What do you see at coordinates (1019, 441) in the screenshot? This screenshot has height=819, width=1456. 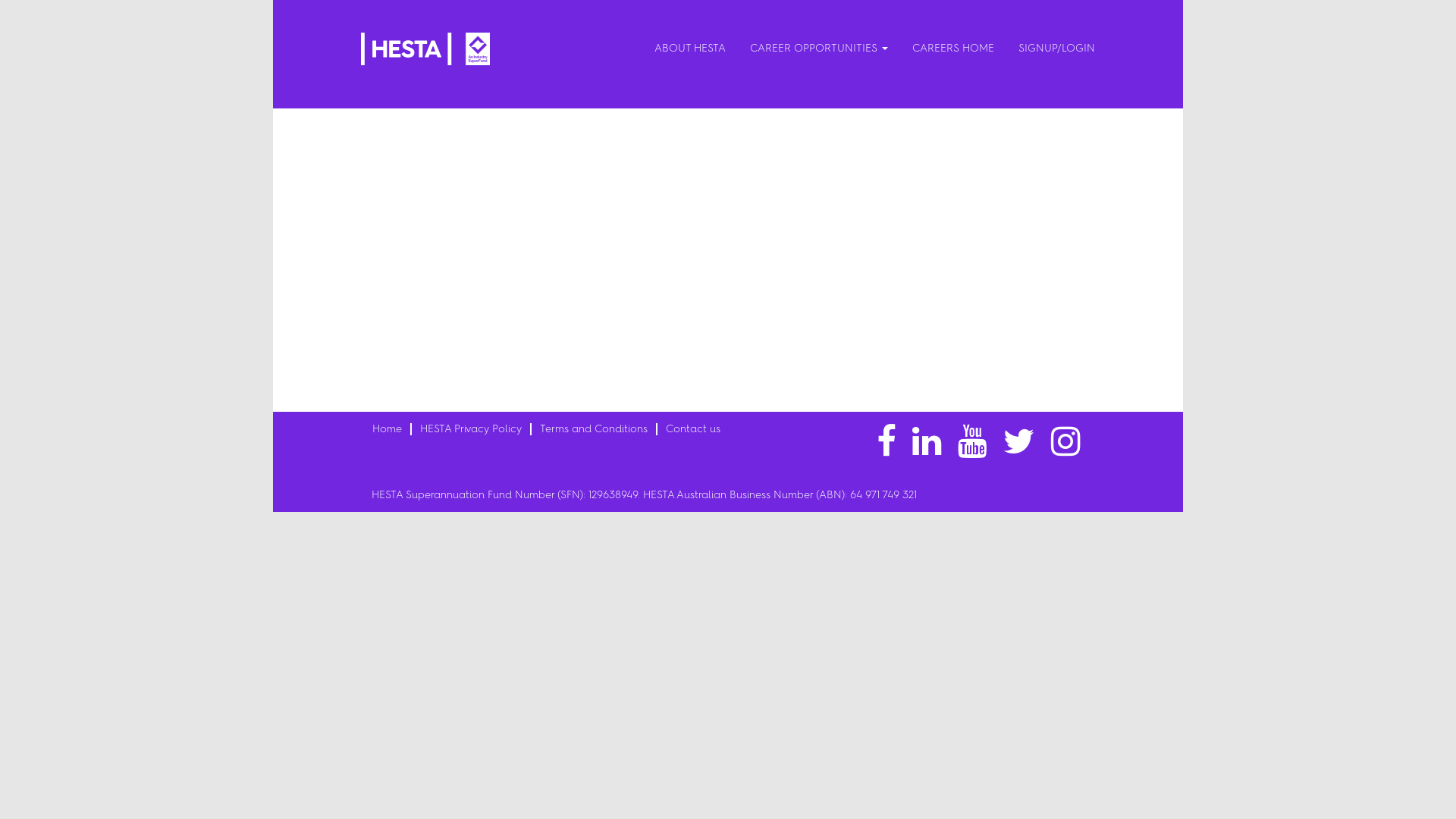 I see `'twitter'` at bounding box center [1019, 441].